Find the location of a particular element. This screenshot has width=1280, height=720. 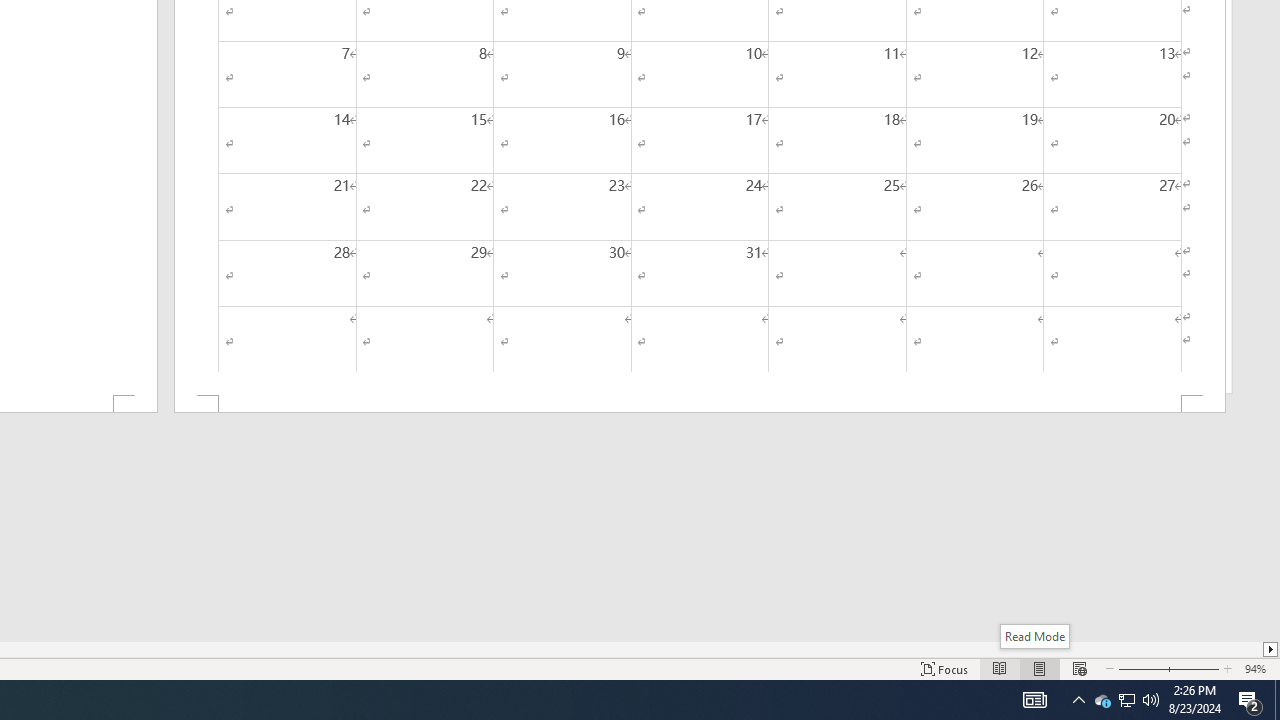

'Focus ' is located at coordinates (943, 669).